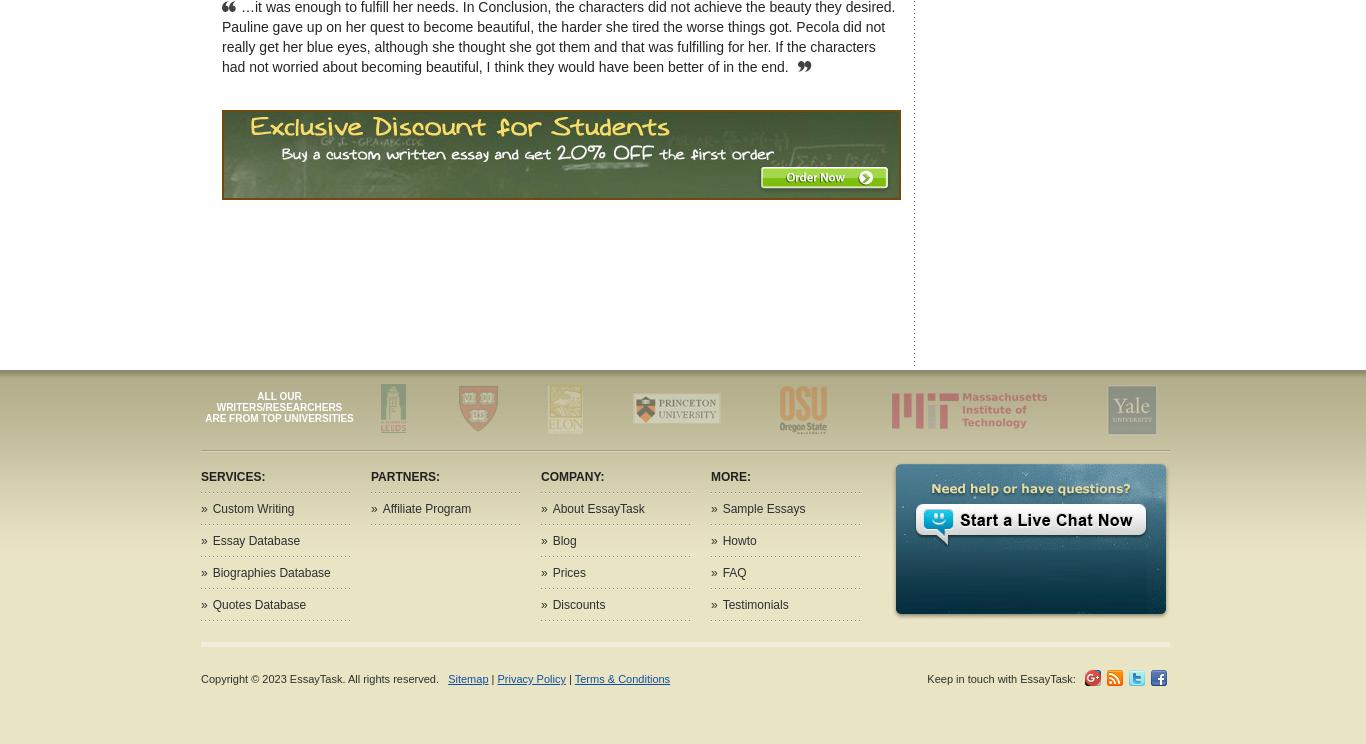 The image size is (1366, 744). Describe the element at coordinates (530, 677) in the screenshot. I see `'Privacy Policy'` at that location.